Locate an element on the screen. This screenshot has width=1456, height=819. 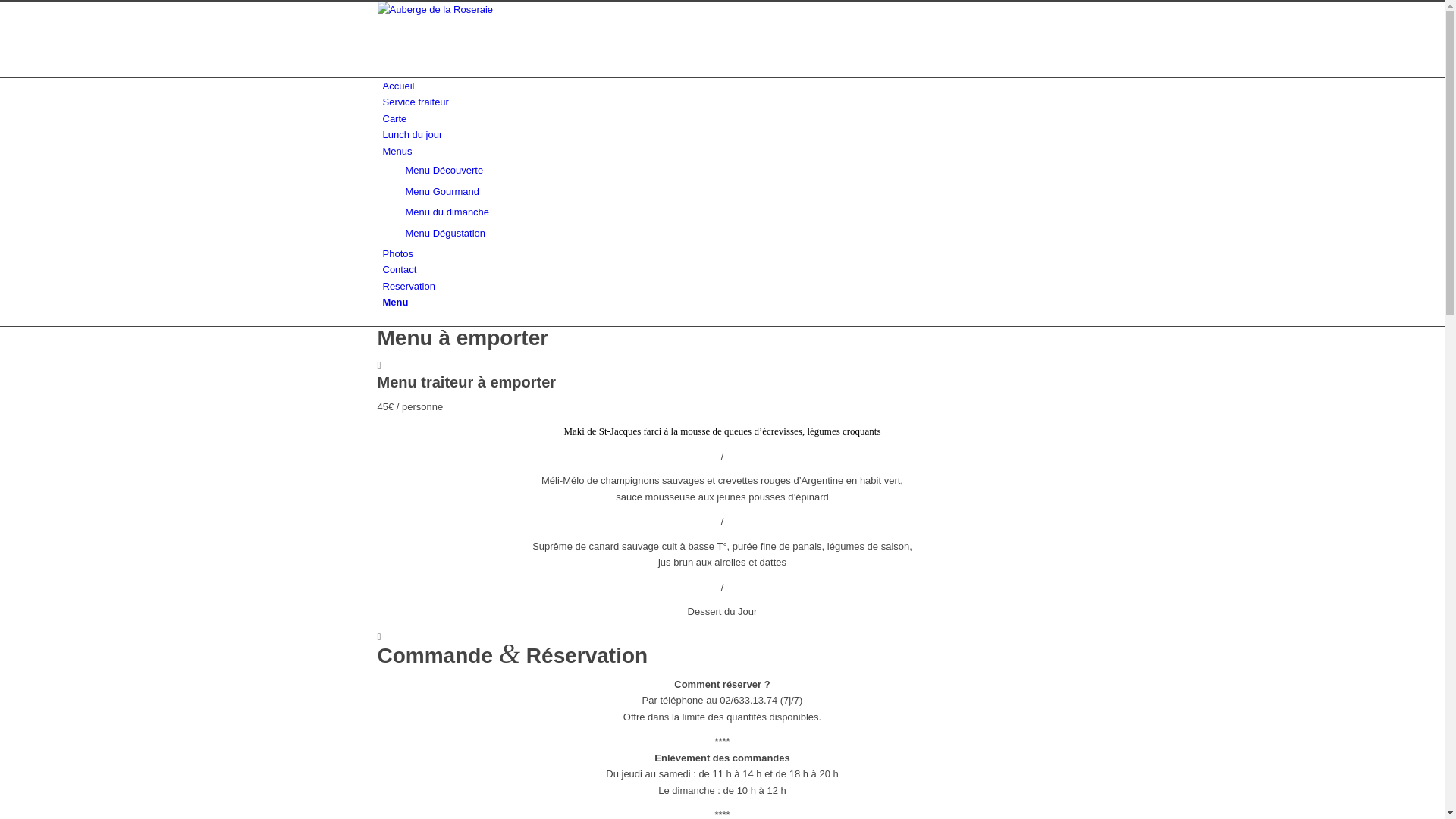
'aubergeroseraie_logo' is located at coordinates (491, 38).